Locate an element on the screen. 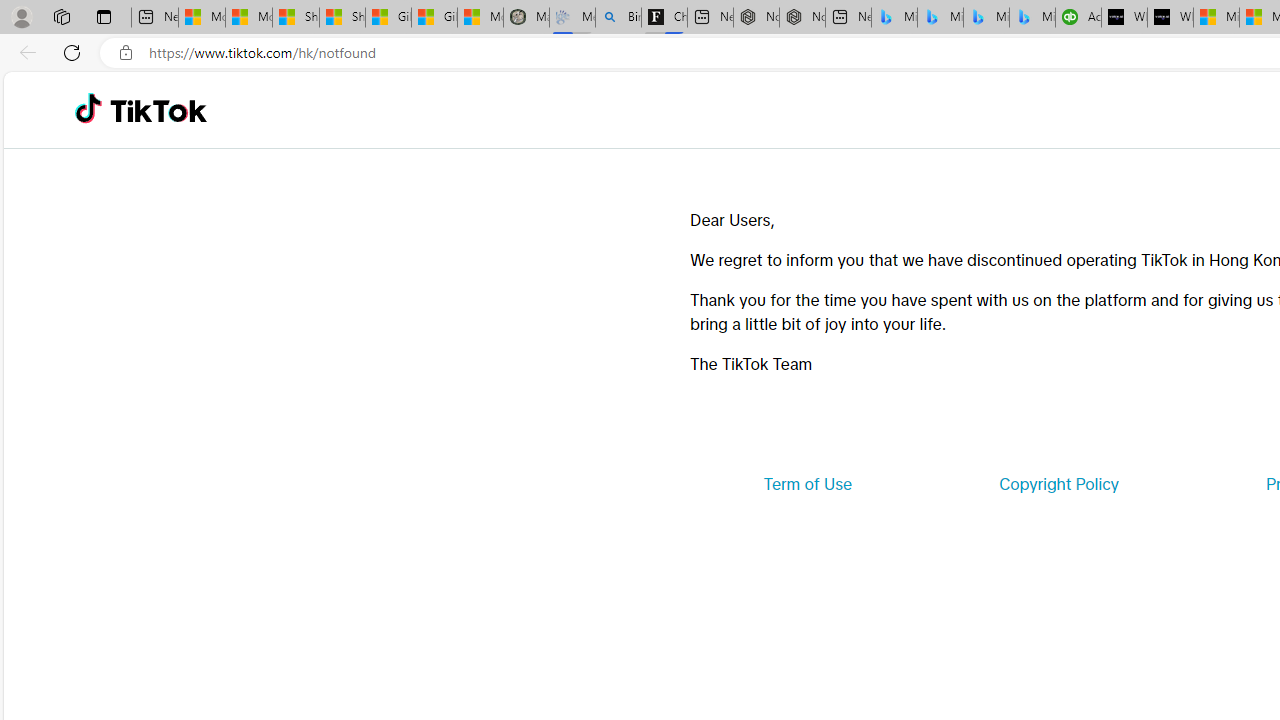 This screenshot has width=1280, height=720. 'Manatee Mortality Statistics | FWC' is located at coordinates (526, 17).